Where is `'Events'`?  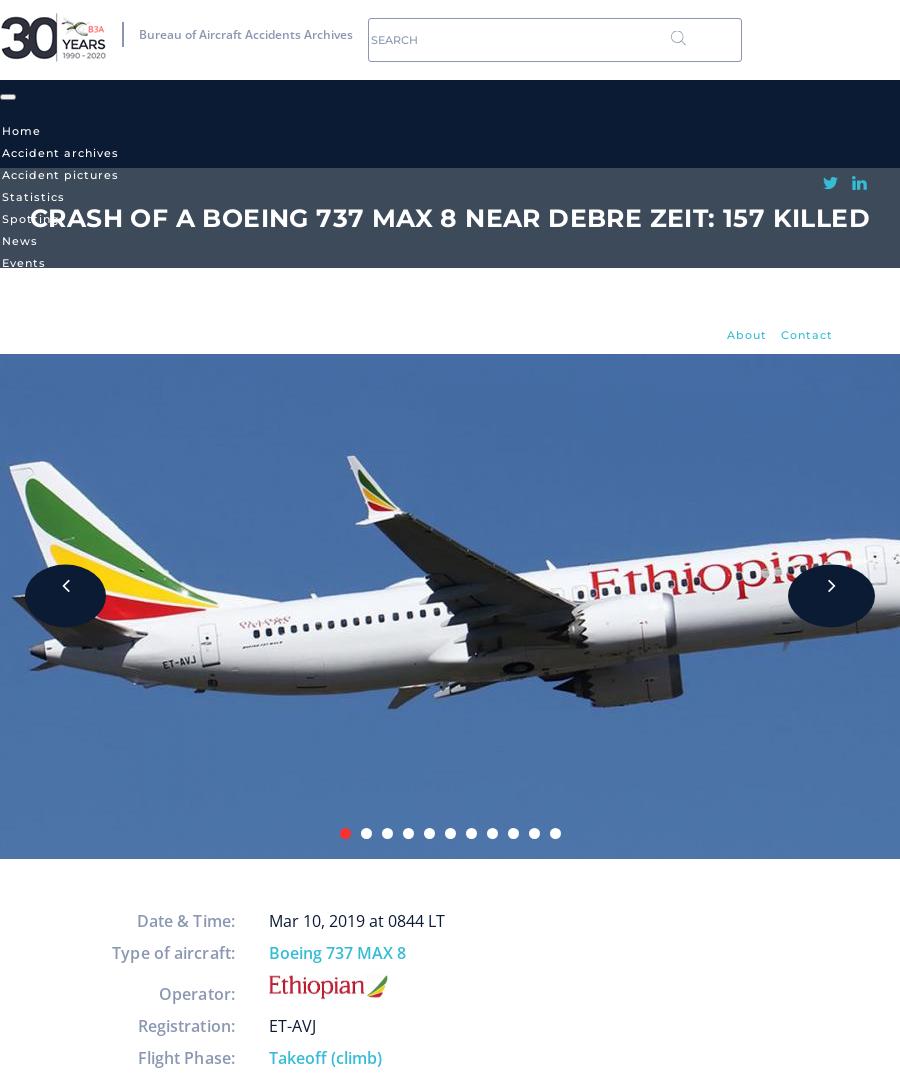 'Events' is located at coordinates (23, 261).